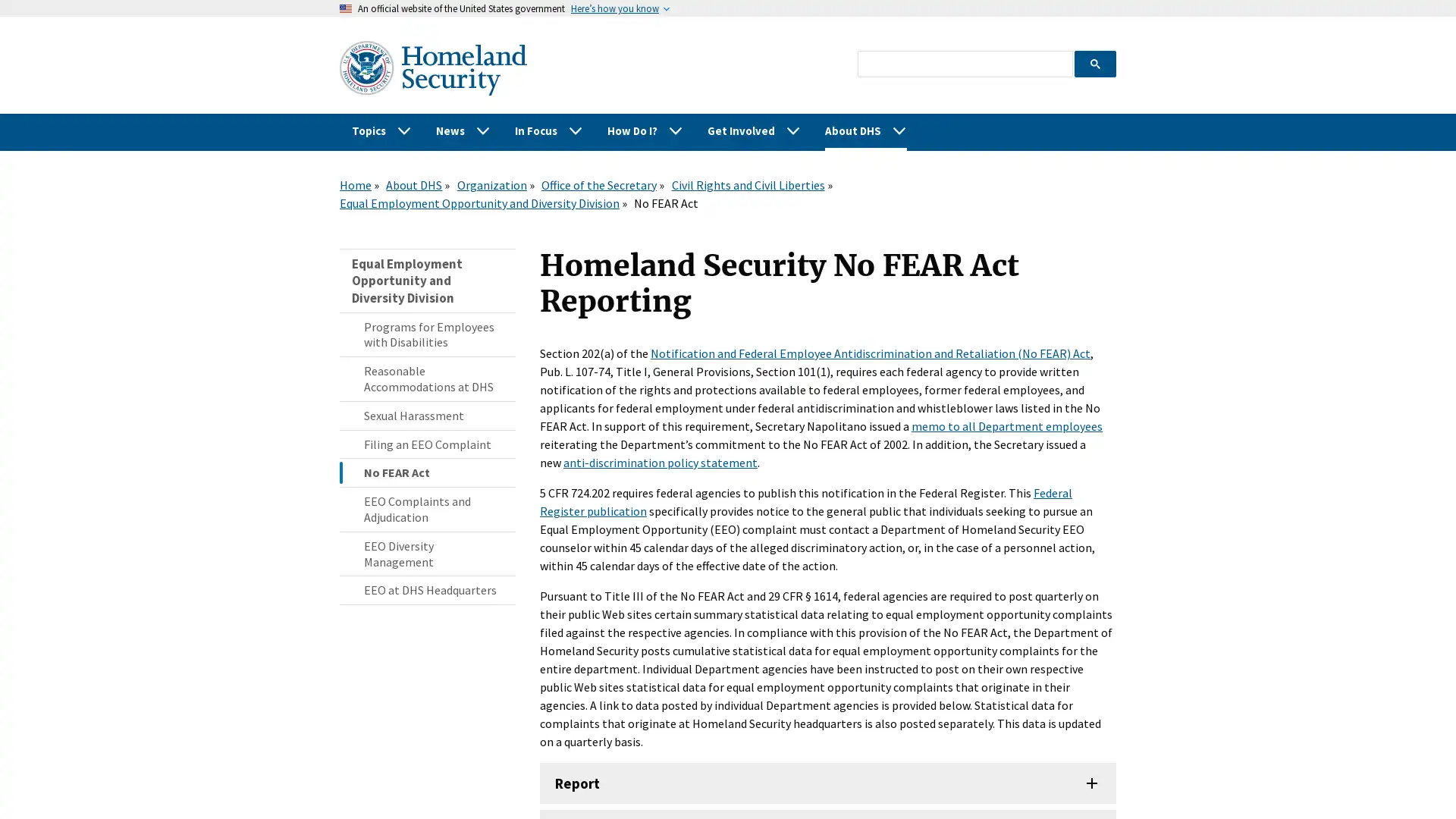  I want to click on Heres how you know, so click(615, 8).